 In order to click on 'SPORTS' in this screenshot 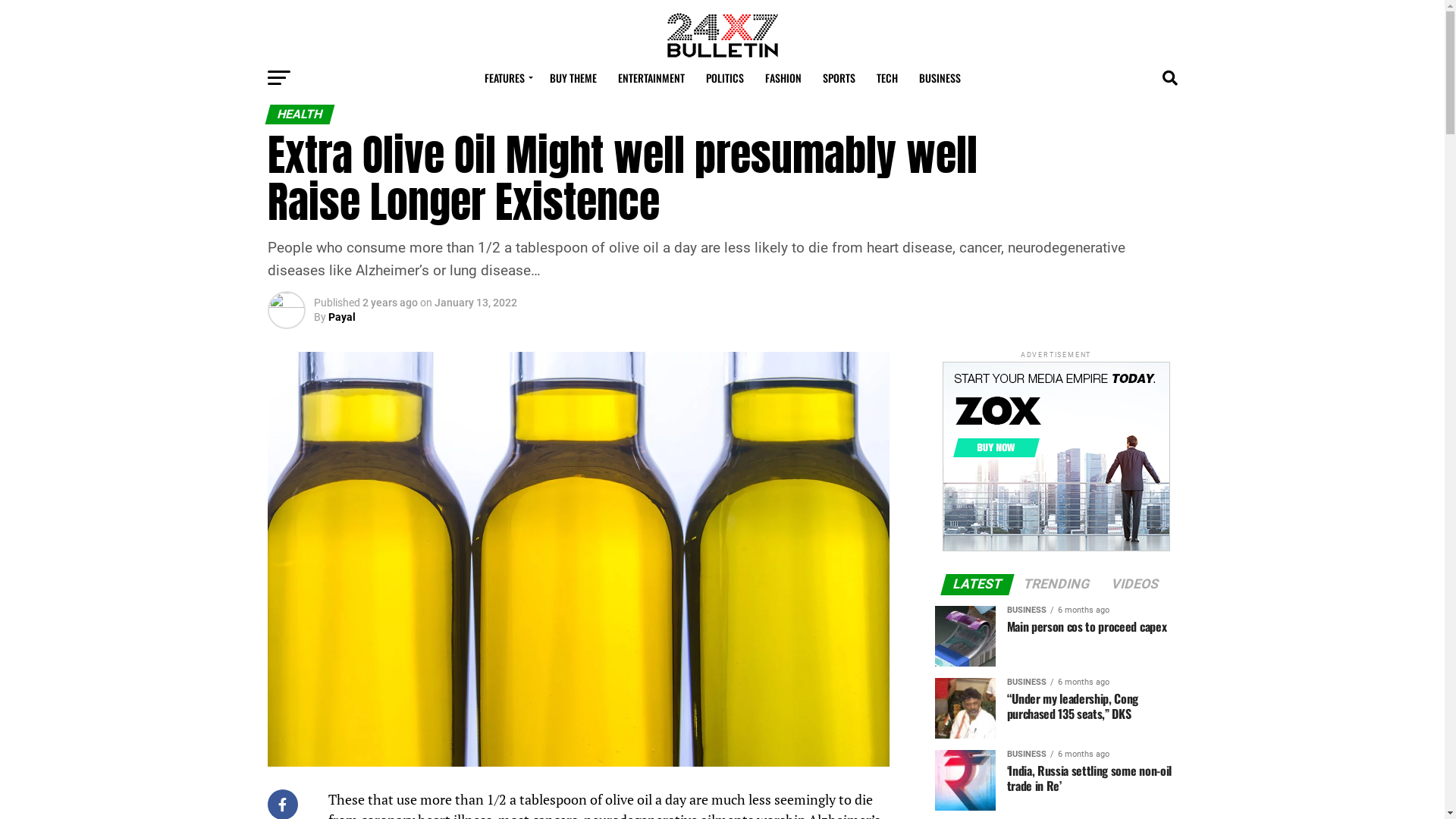, I will do `click(811, 78)`.